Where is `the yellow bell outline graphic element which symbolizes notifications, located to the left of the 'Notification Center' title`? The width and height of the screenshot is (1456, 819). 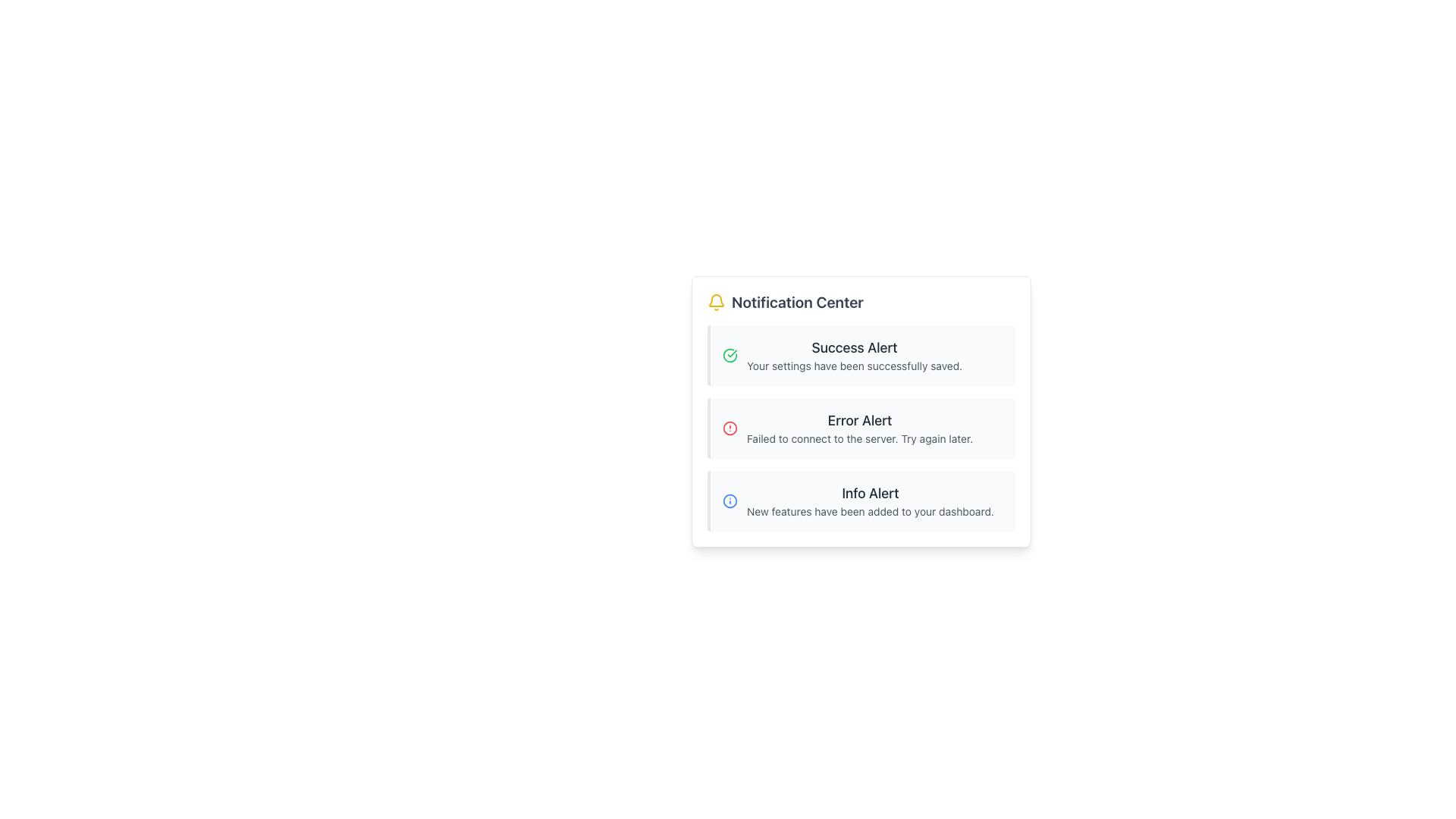 the yellow bell outline graphic element which symbolizes notifications, located to the left of the 'Notification Center' title is located at coordinates (716, 300).